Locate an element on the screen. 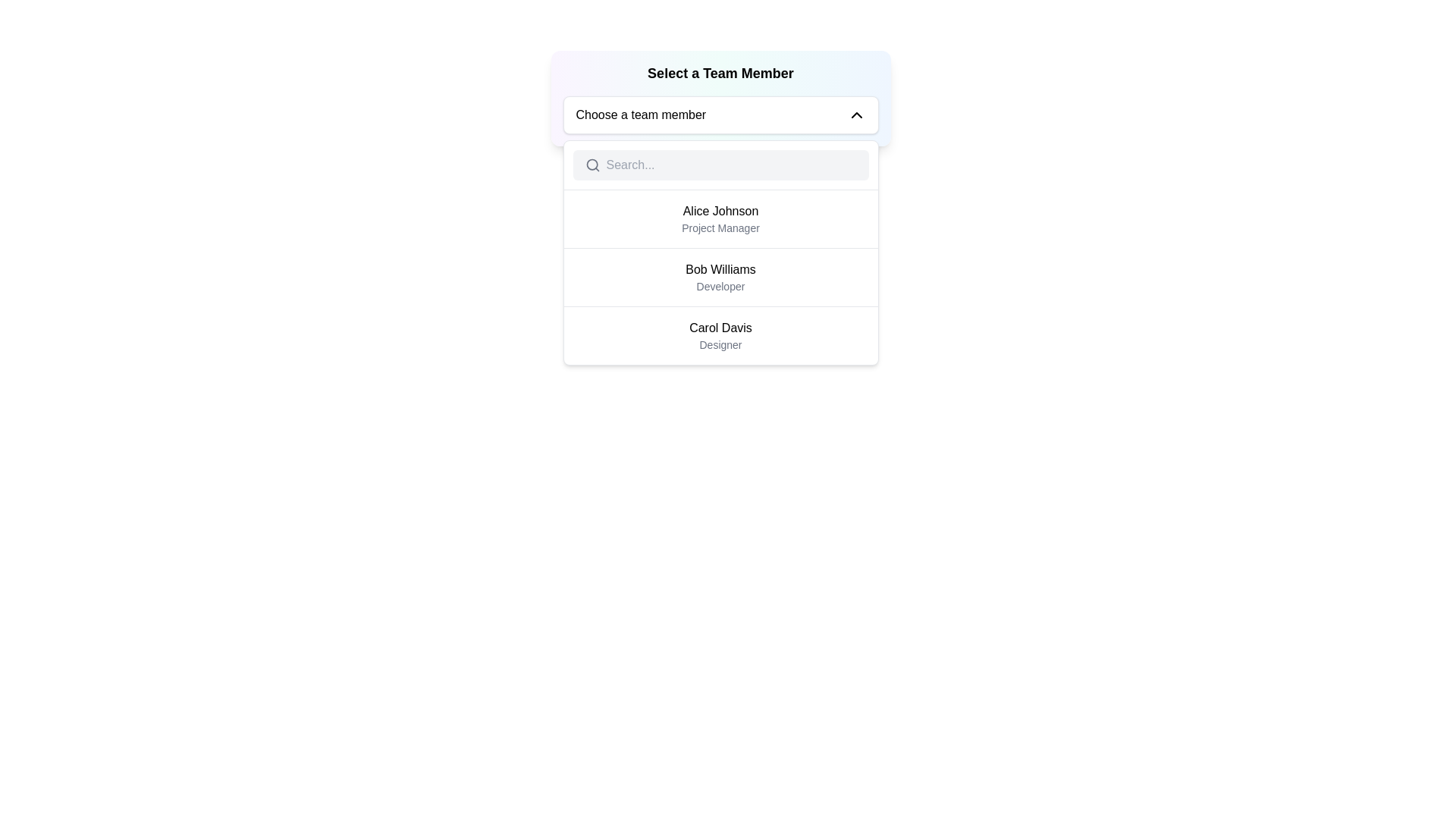 The image size is (1456, 819). the icon button that toggles the dropdown menu for 'Choose a team member' is located at coordinates (856, 114).